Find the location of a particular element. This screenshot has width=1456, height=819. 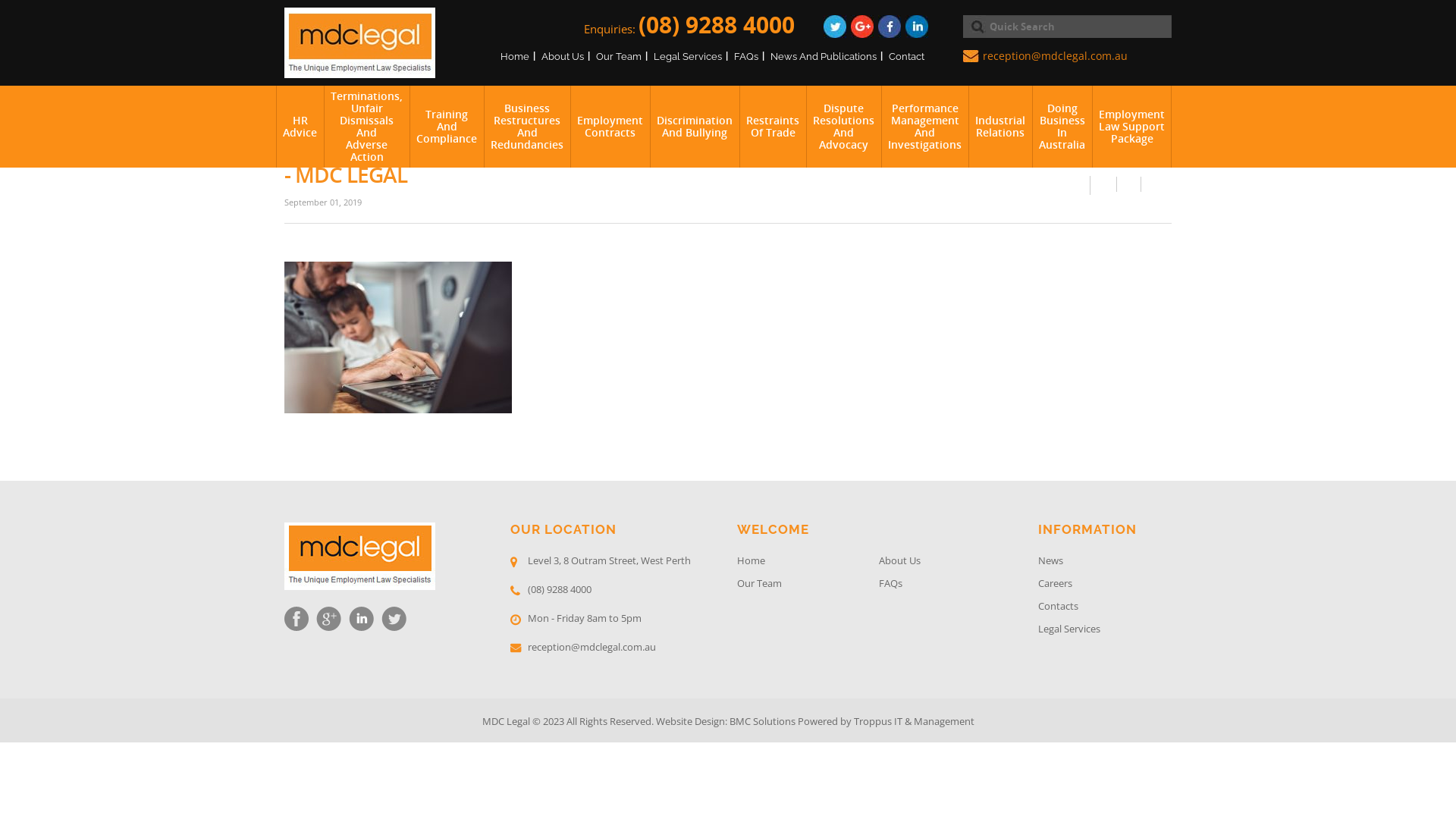

'Our Team' is located at coordinates (619, 55).